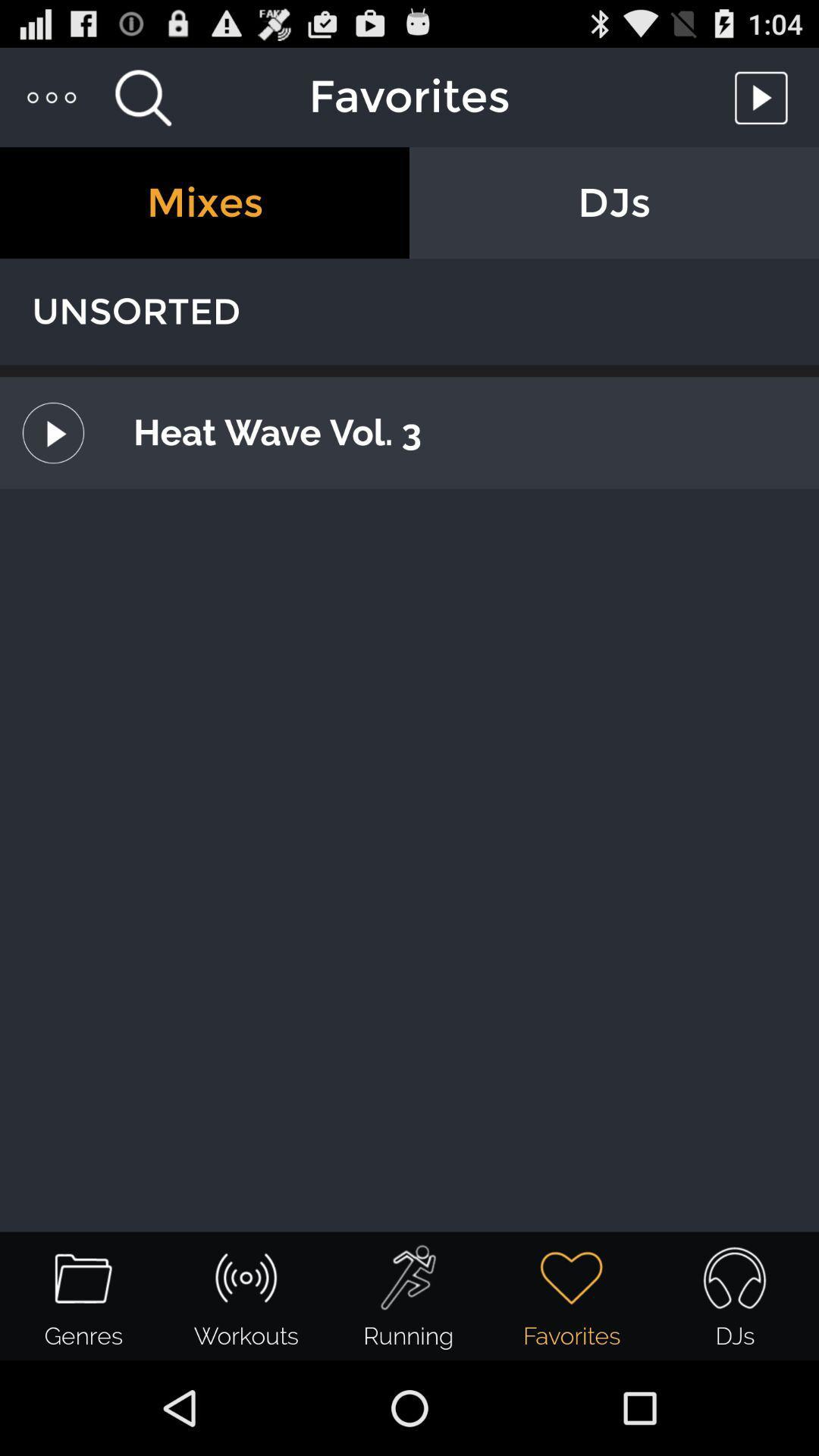 The width and height of the screenshot is (819, 1456). I want to click on options, so click(52, 96).